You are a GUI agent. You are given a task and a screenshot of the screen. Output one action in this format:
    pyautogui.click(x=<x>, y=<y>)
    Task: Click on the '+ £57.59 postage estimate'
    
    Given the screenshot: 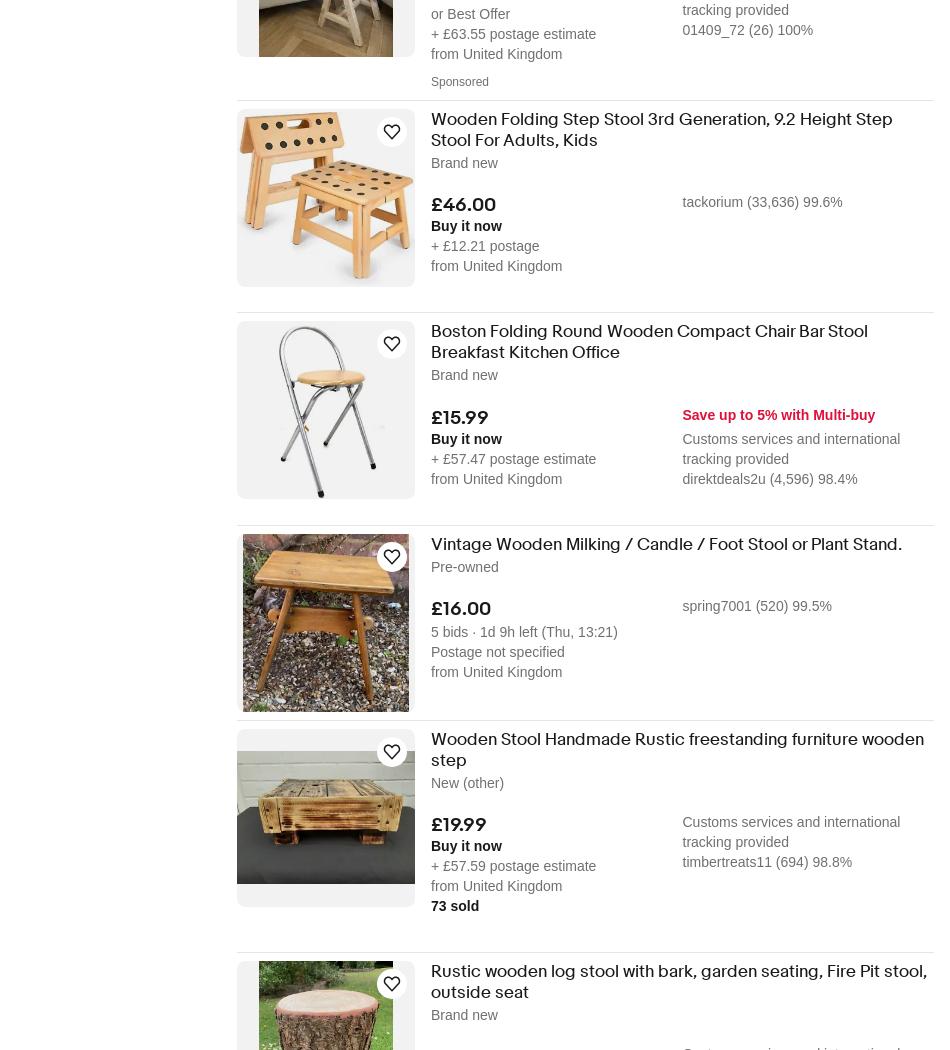 What is the action you would take?
    pyautogui.click(x=513, y=863)
    